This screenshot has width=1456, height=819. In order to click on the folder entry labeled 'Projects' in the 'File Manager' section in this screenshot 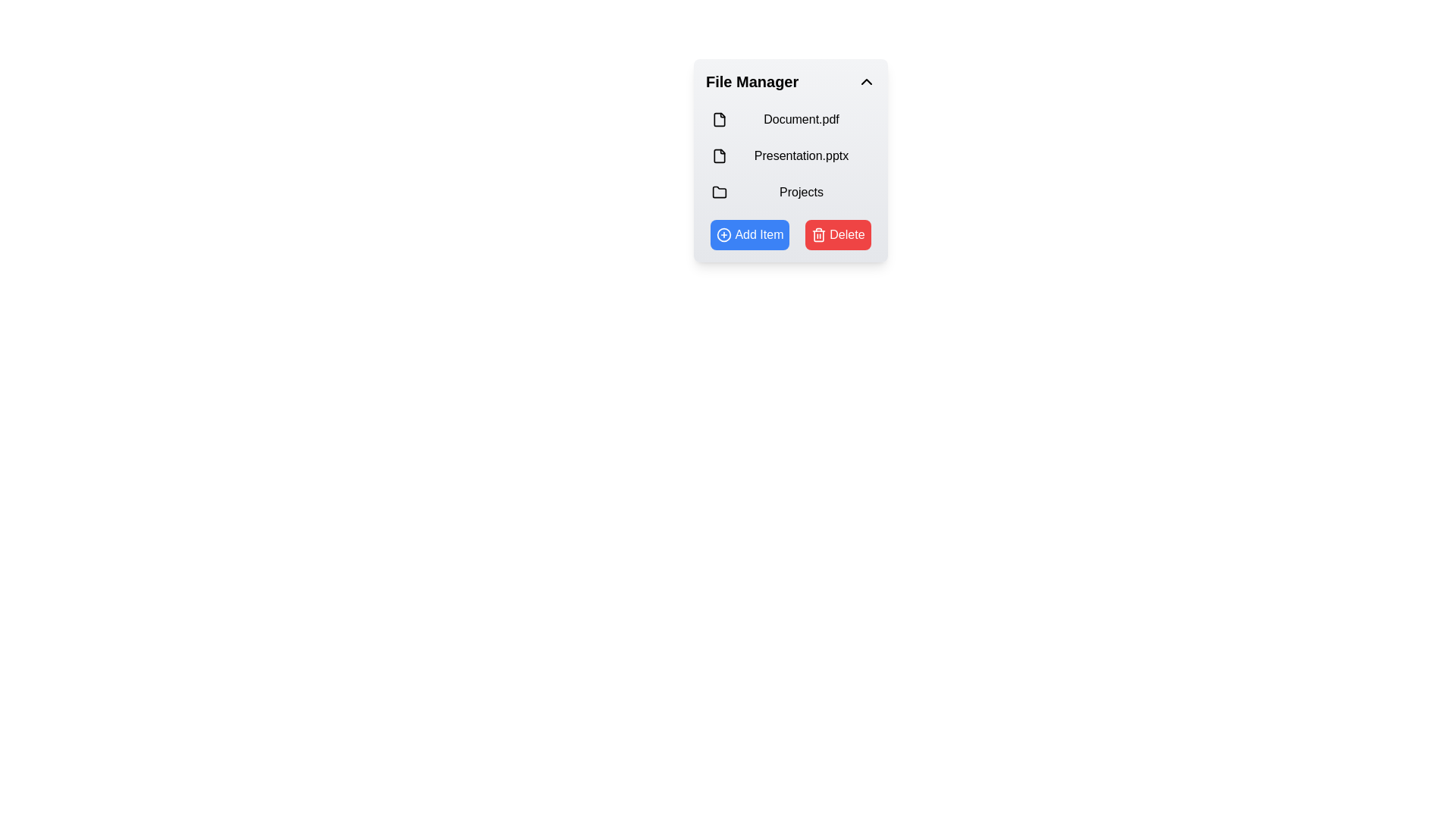, I will do `click(789, 192)`.